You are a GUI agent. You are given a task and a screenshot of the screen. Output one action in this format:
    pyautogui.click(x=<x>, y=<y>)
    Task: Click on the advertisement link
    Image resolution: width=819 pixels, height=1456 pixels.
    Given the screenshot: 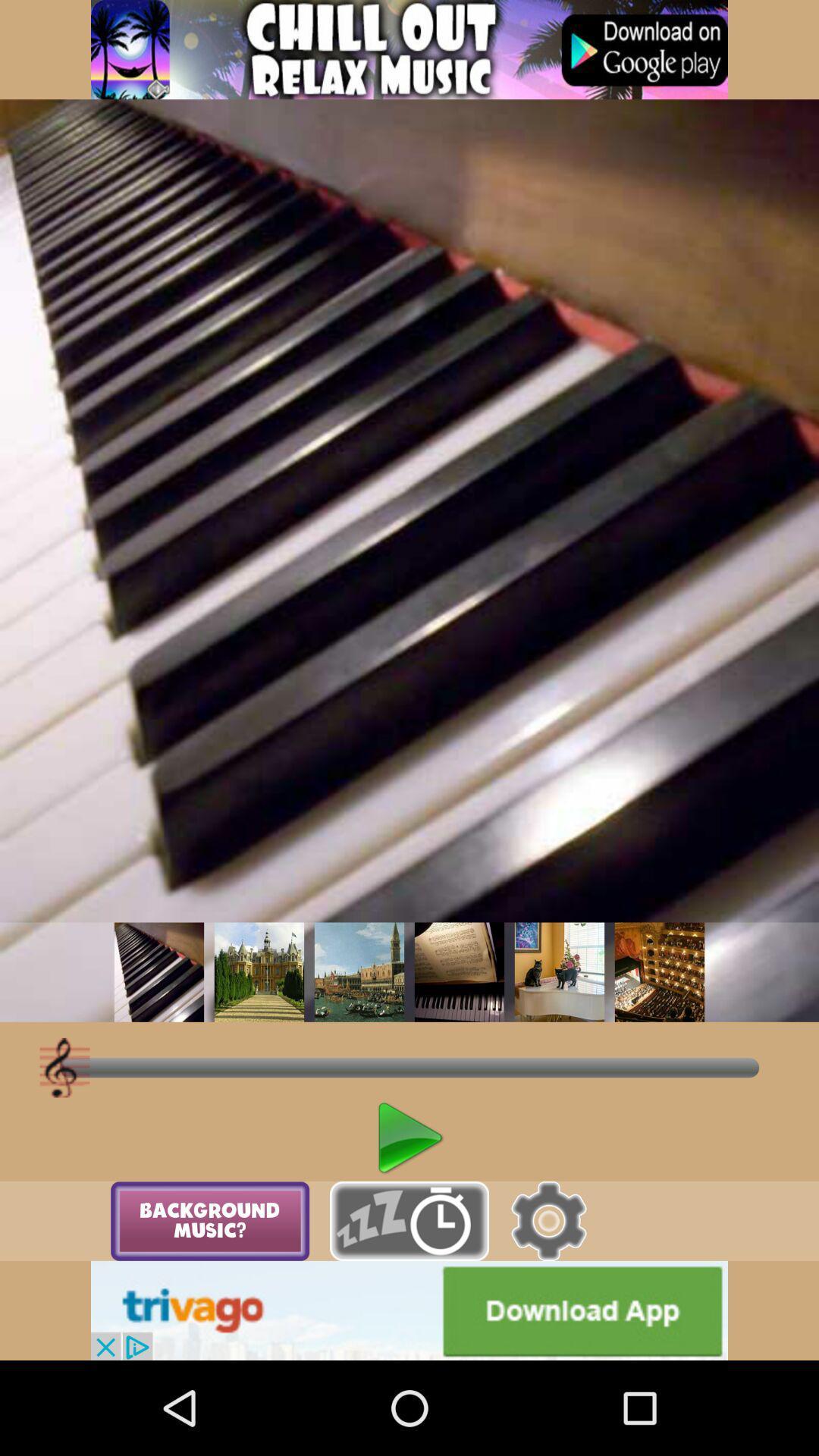 What is the action you would take?
    pyautogui.click(x=409, y=1310)
    